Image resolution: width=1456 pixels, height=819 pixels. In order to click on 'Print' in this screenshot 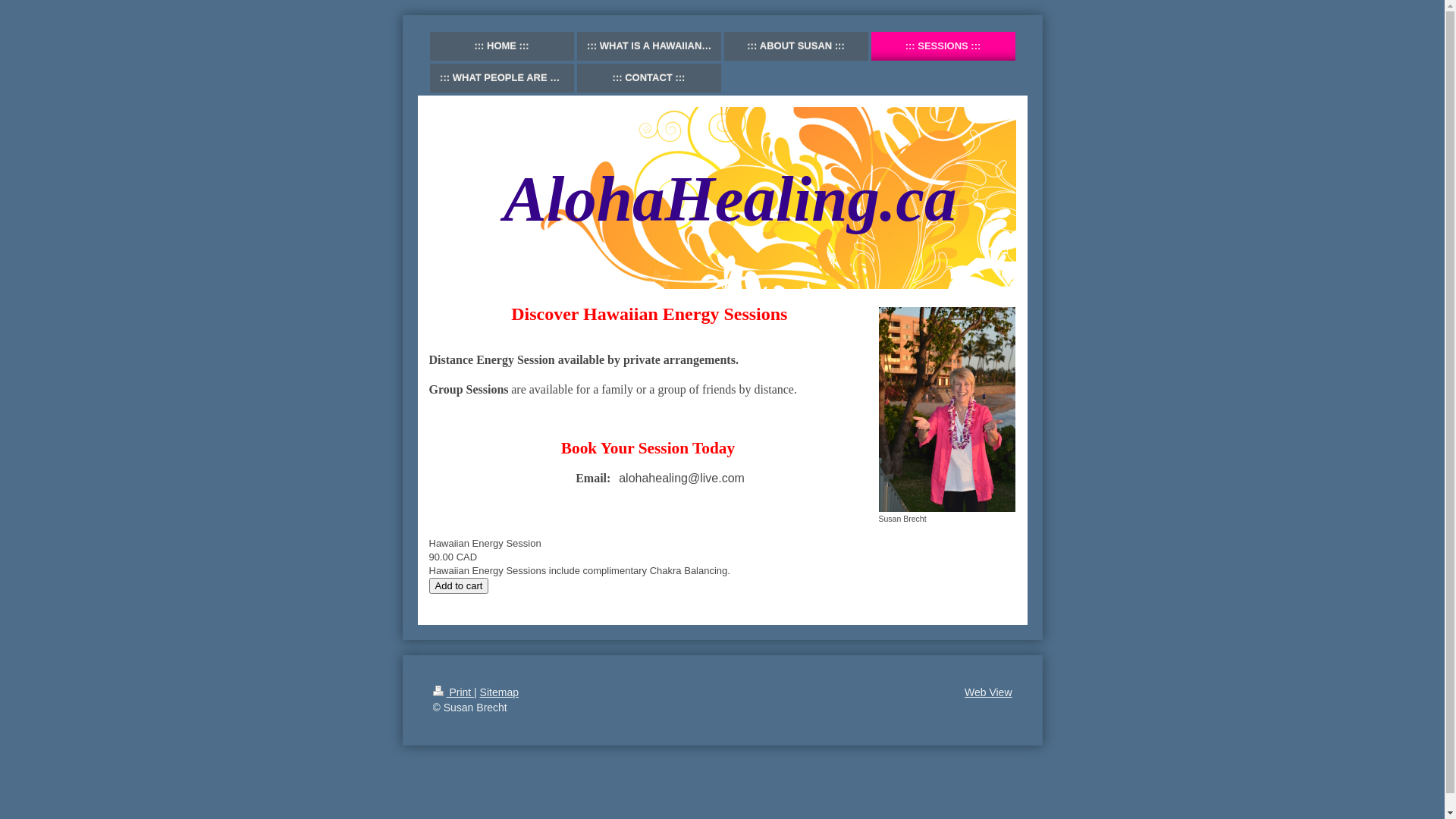, I will do `click(452, 692)`.